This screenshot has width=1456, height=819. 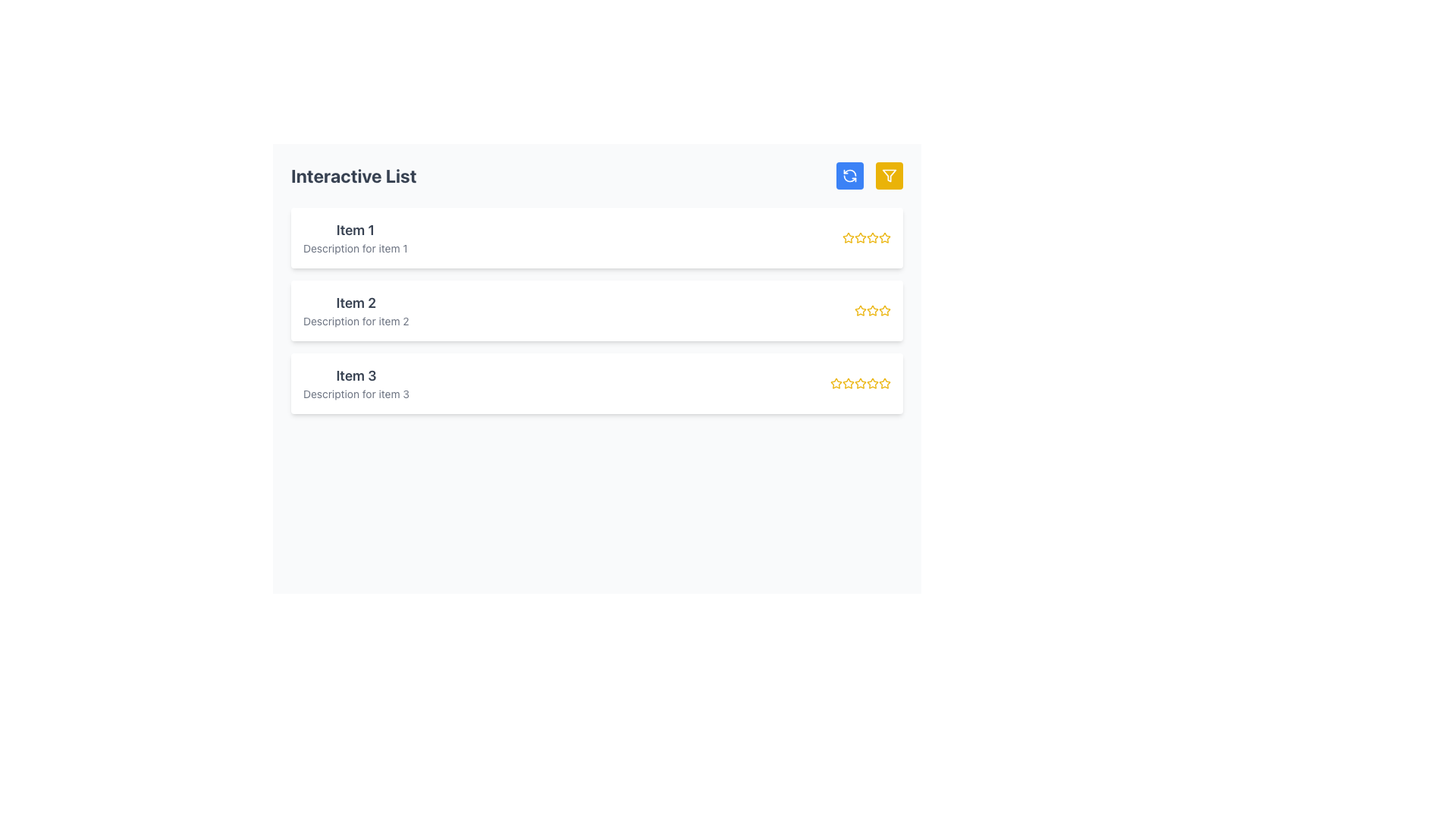 What do you see at coordinates (873, 309) in the screenshot?
I see `the third yellow outlined star icon in the rating panel associated with the second item in the 'Interactive List'` at bounding box center [873, 309].